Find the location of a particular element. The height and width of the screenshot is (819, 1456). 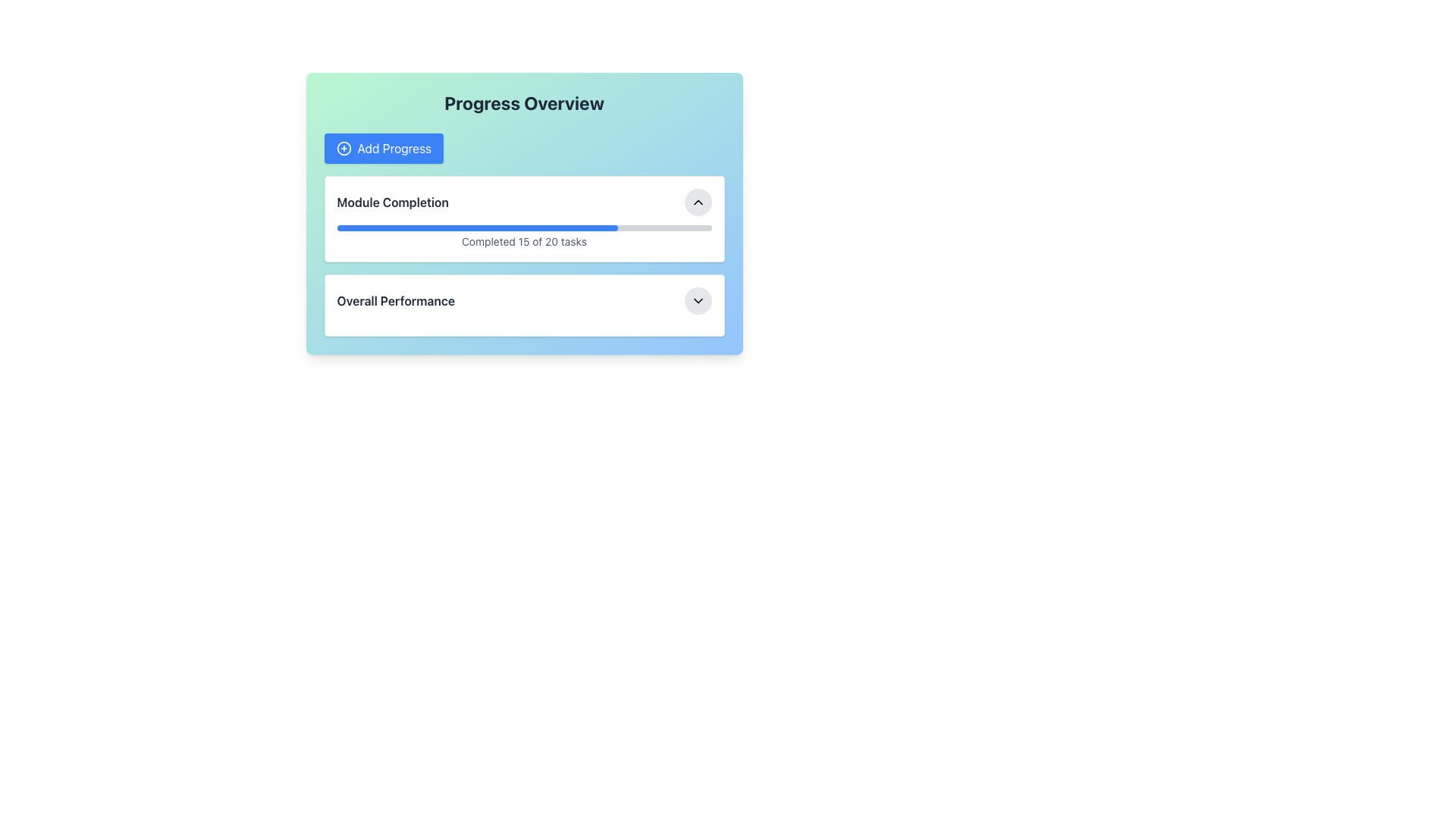

static text label providing descriptive information about module completion, located above the progress bar and to the left of the rounded gray button is located at coordinates (393, 201).